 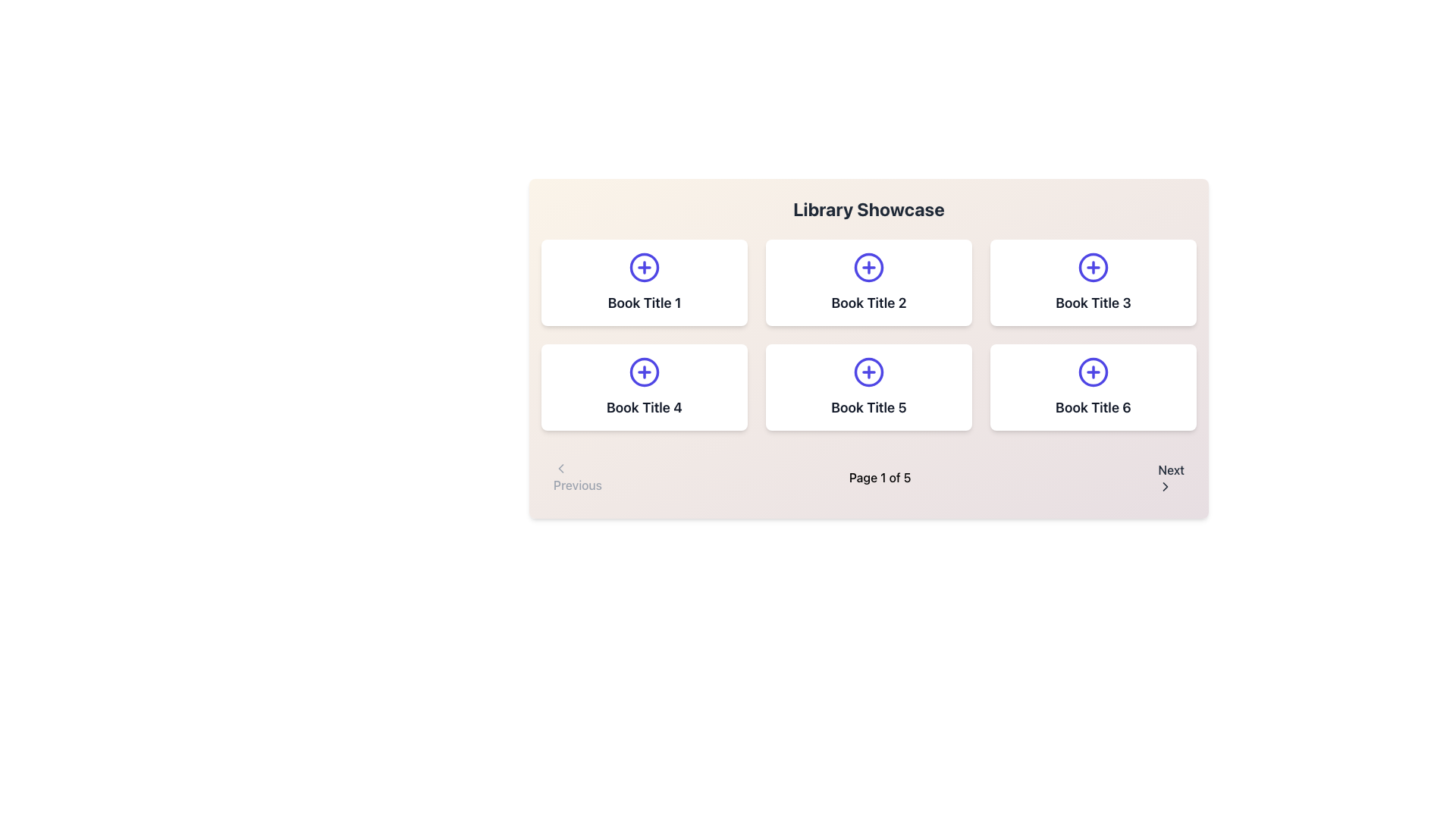 I want to click on the clickable icon button for 'Book Title 5', so click(x=869, y=372).